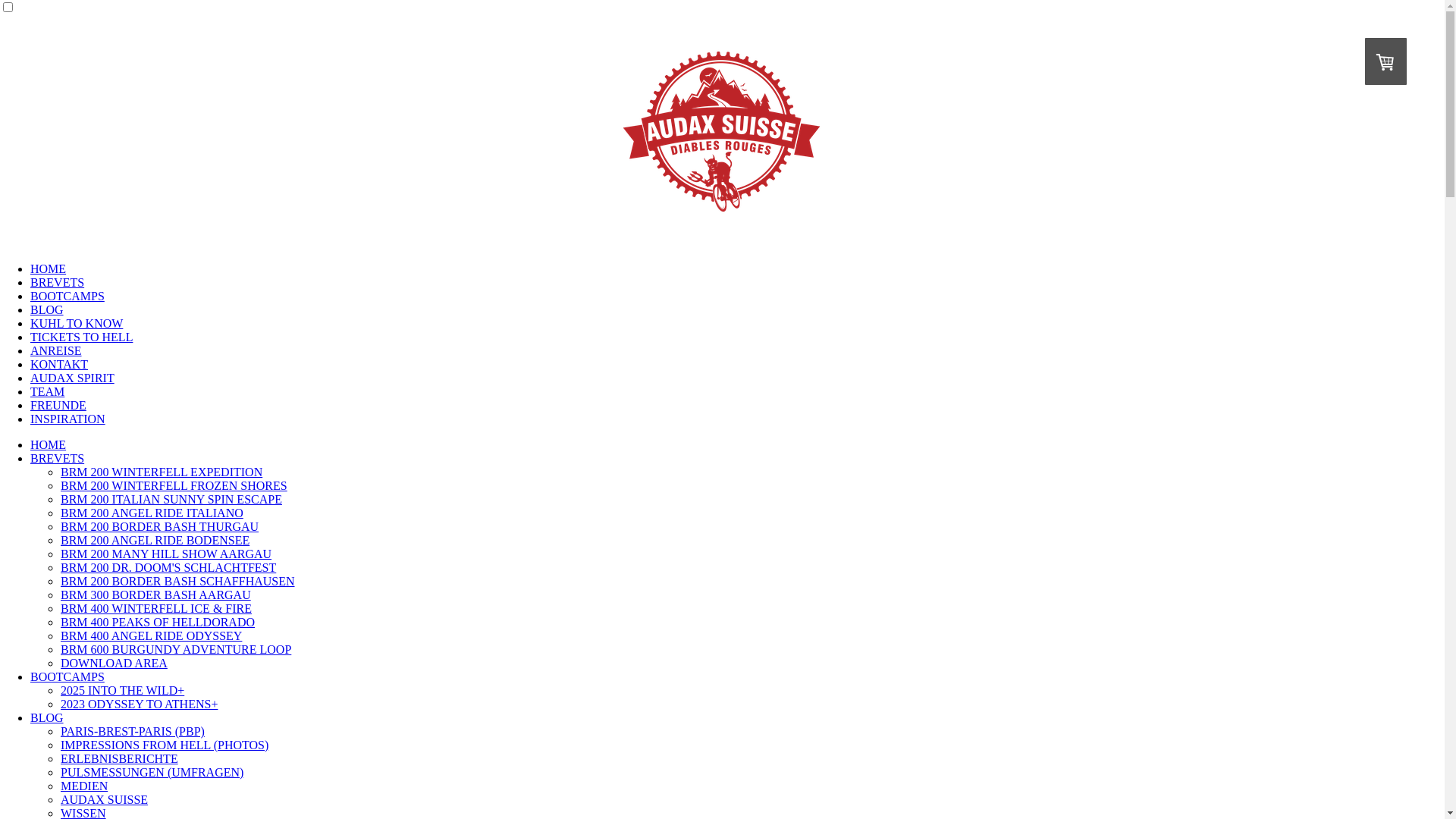 This screenshot has height=819, width=1456. Describe the element at coordinates (55, 350) in the screenshot. I see `'ANREISE'` at that location.